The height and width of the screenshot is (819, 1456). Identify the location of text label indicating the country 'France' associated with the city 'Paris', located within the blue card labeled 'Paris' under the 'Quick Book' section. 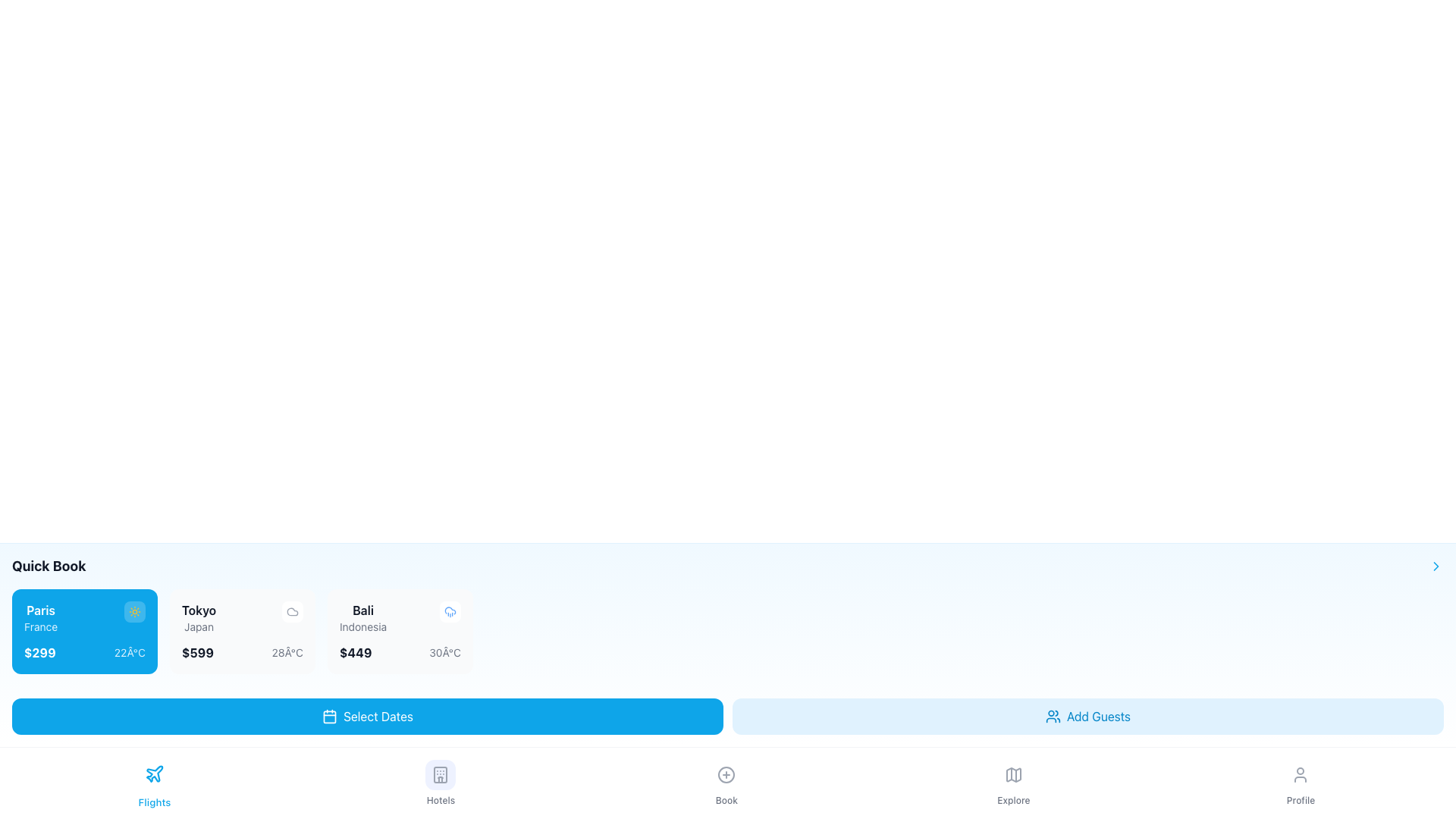
(41, 626).